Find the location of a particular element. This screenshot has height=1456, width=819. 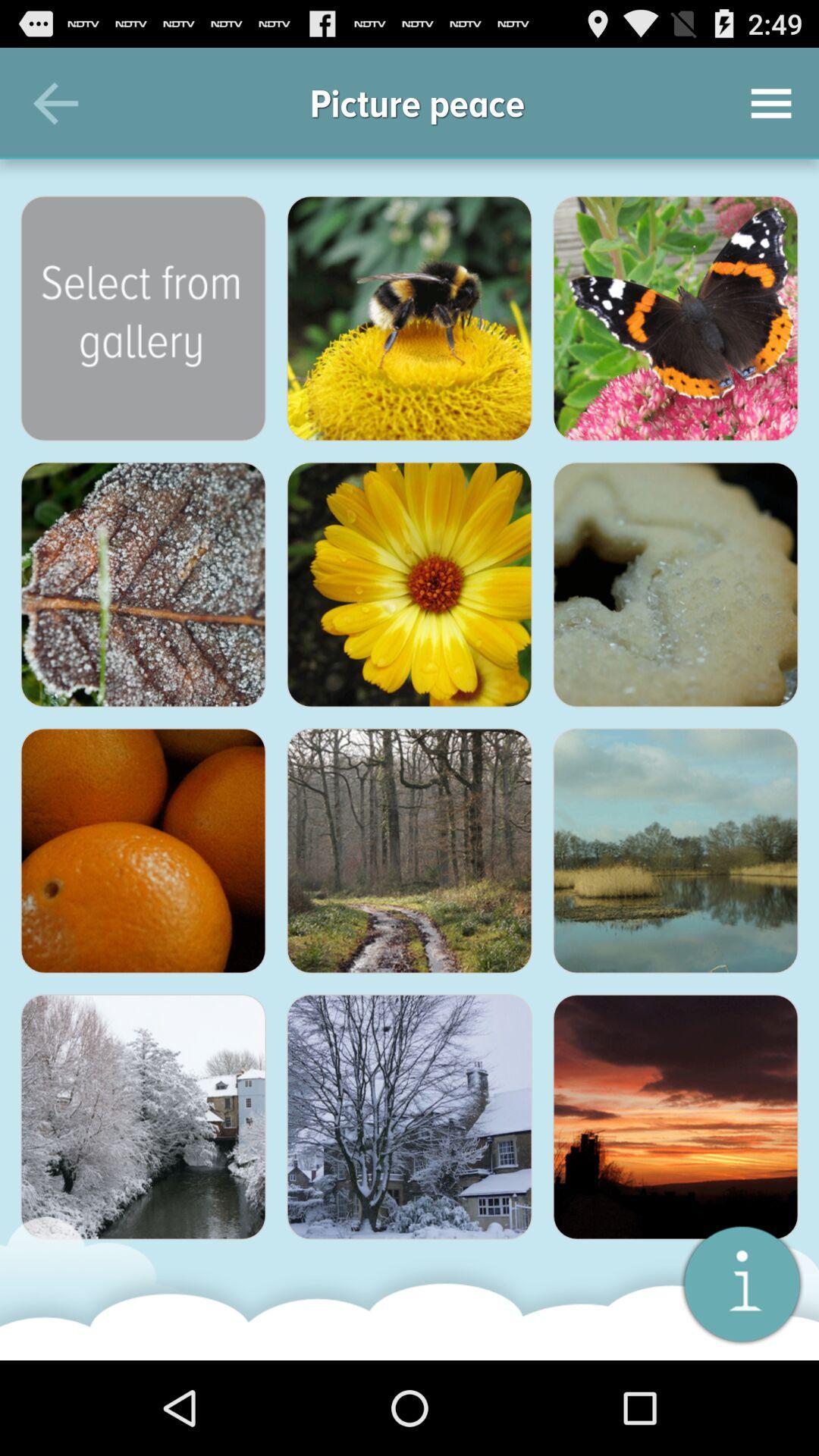

share the article is located at coordinates (143, 584).